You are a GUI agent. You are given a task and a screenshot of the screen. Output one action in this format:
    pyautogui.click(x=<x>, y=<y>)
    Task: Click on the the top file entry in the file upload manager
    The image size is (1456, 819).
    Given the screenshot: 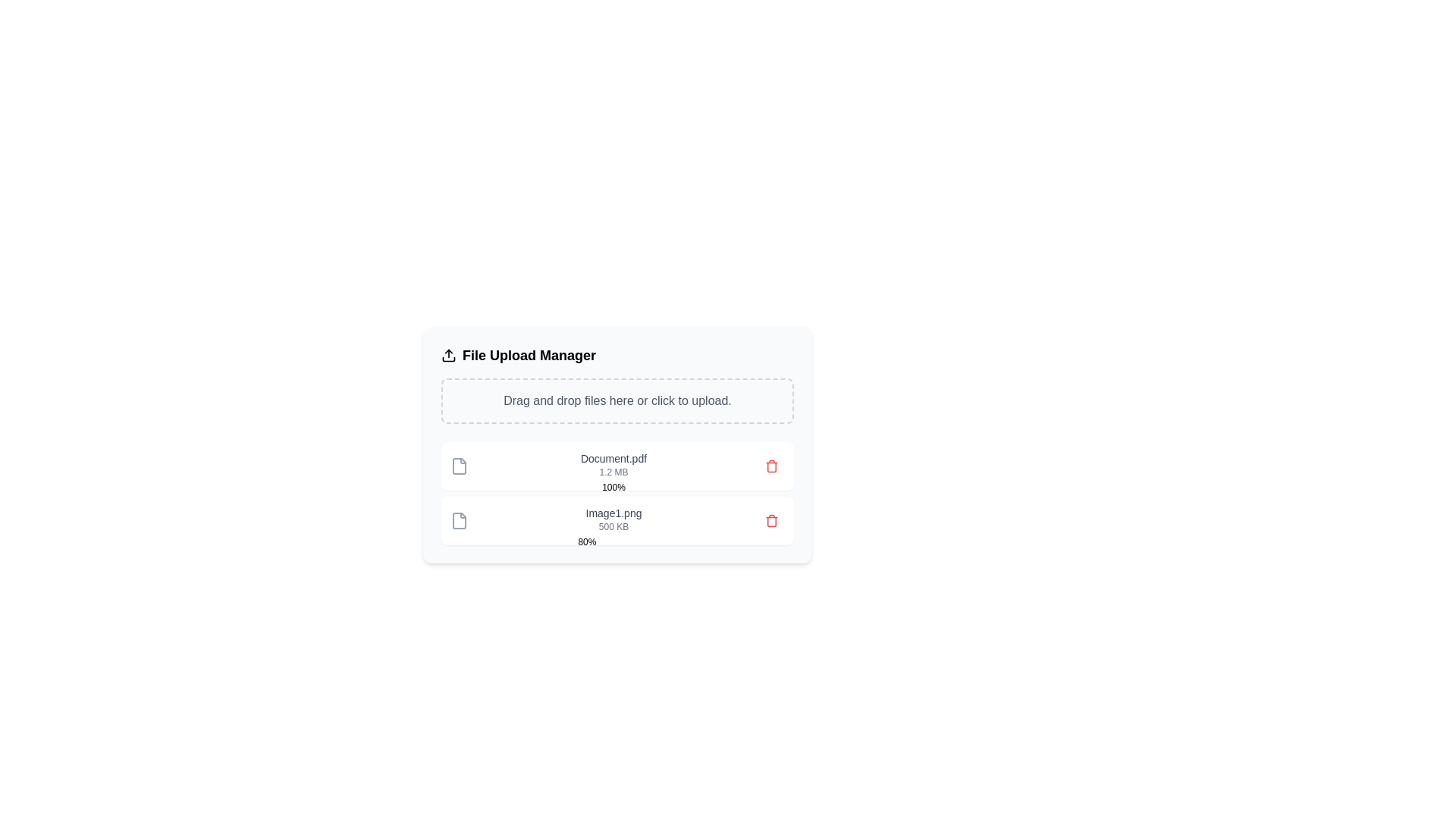 What is the action you would take?
    pyautogui.click(x=617, y=465)
    